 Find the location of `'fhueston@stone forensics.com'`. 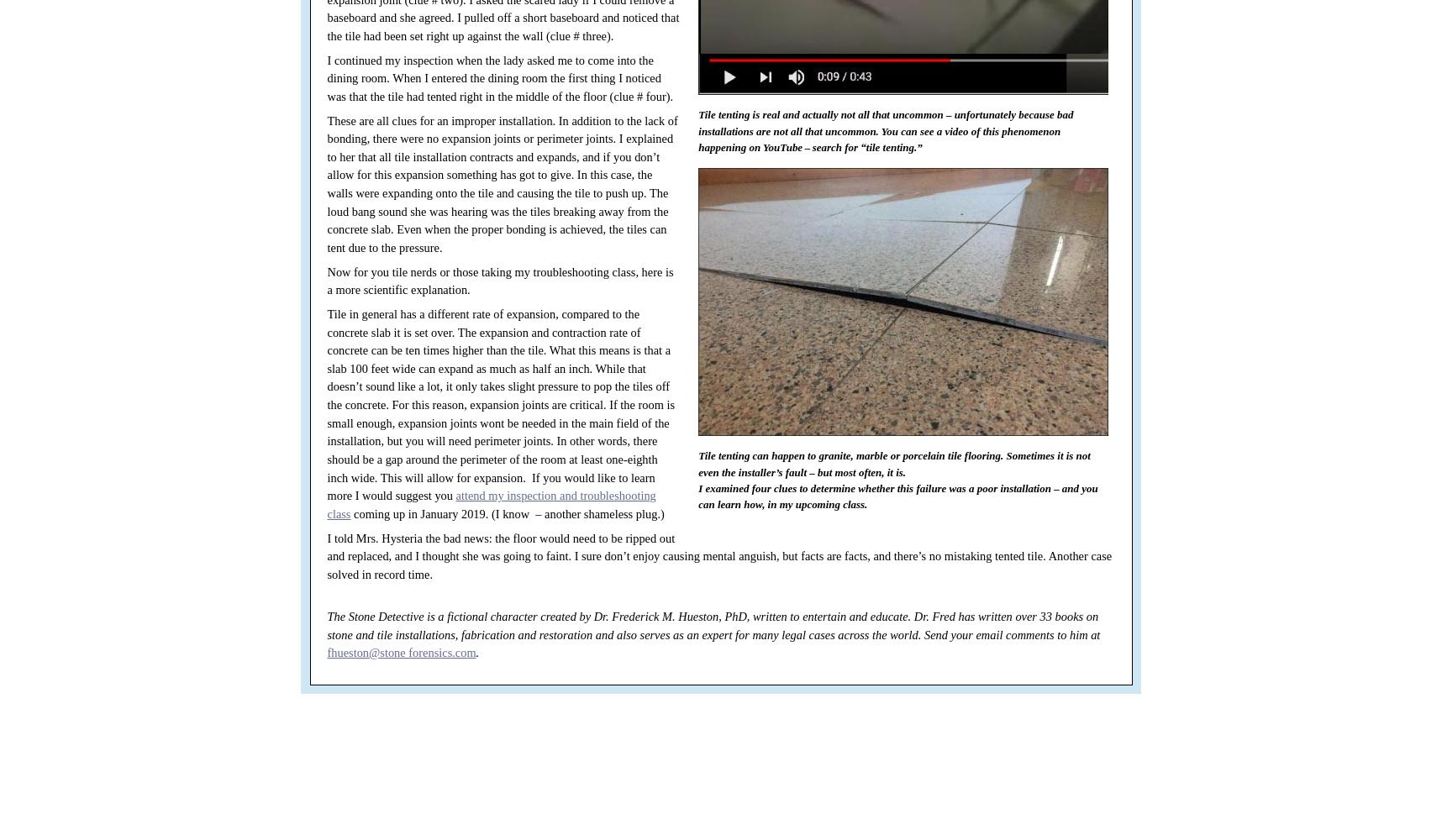

'fhueston@stone forensics.com' is located at coordinates (327, 653).